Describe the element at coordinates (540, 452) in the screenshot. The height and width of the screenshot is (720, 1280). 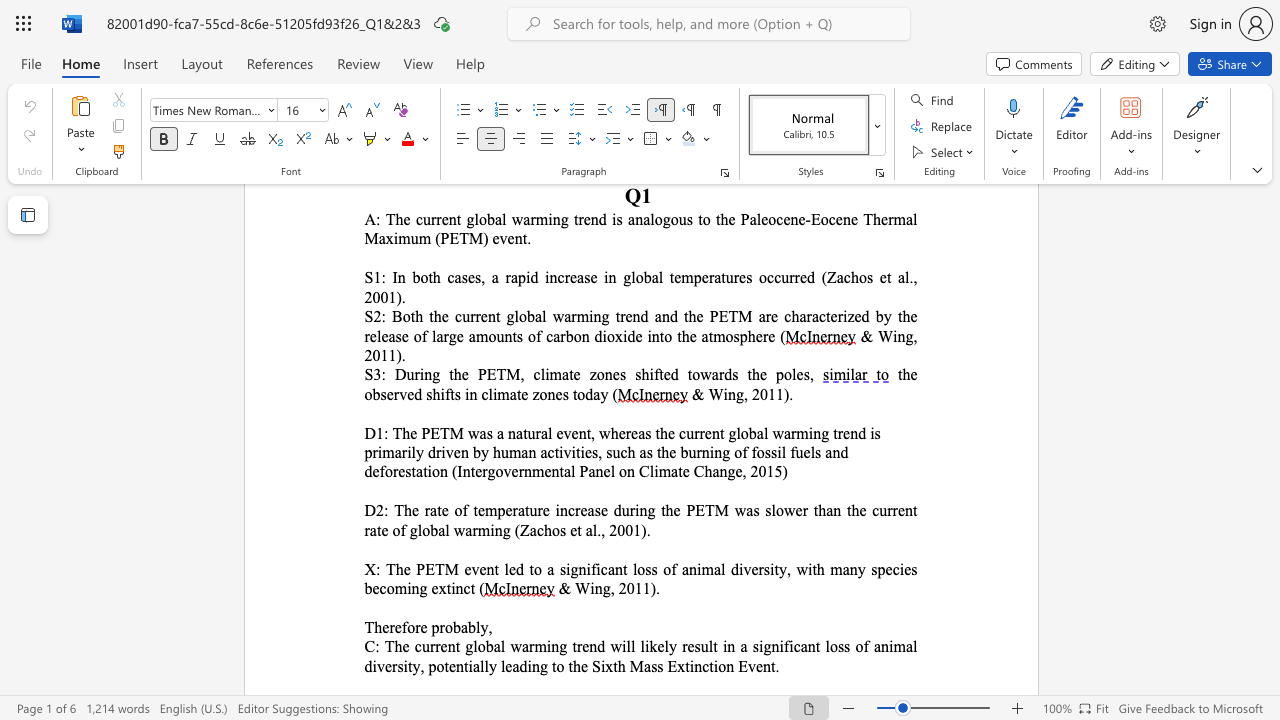
I see `the subset text "activities, such as the burning of fossil fuels and deforestat" within the text "the current global warming trend is primarily driven by human activities, such as the burning of fossil fuels and deforestation"` at that location.